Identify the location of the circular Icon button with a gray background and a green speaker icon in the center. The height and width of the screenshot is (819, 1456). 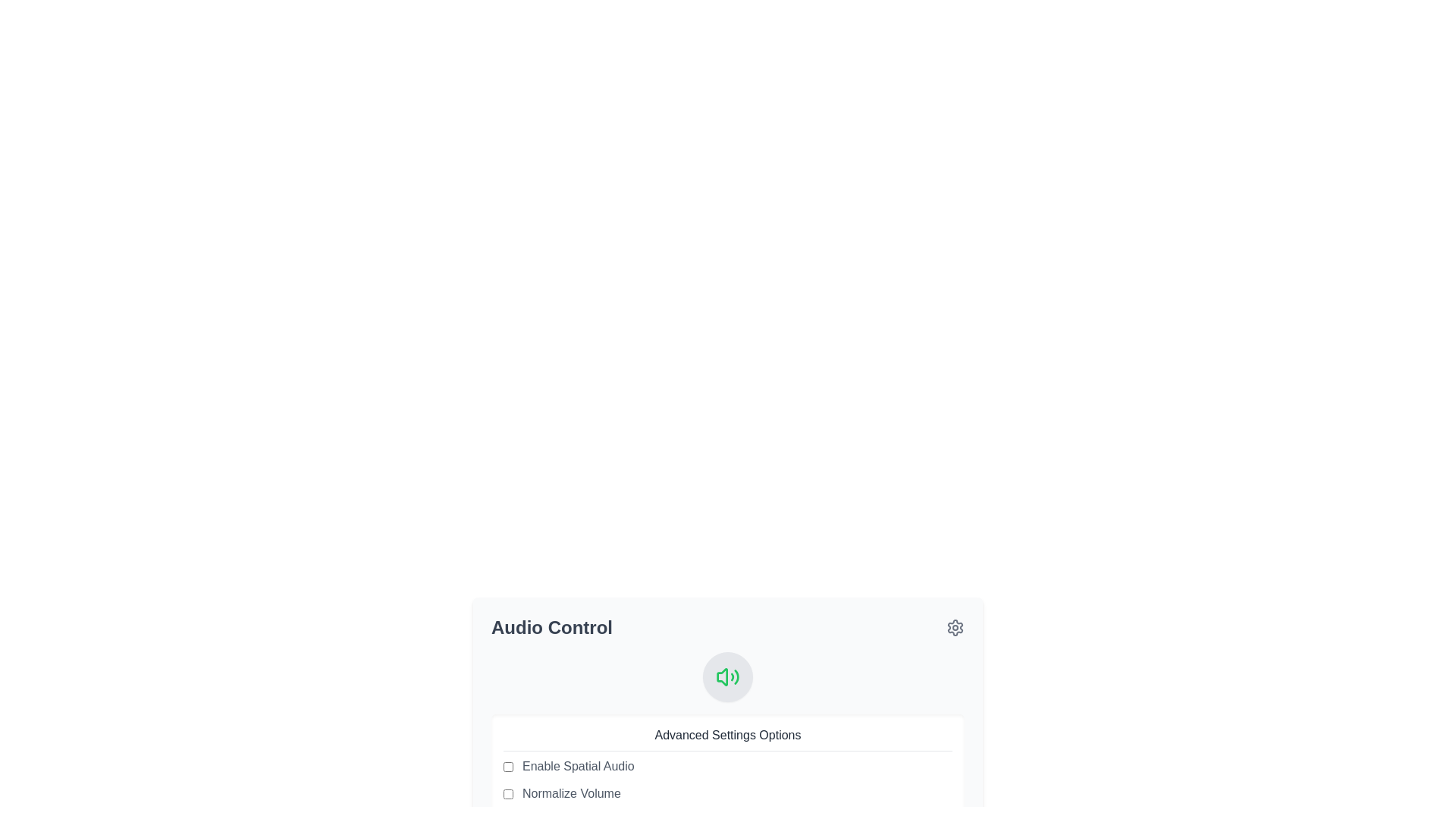
(728, 676).